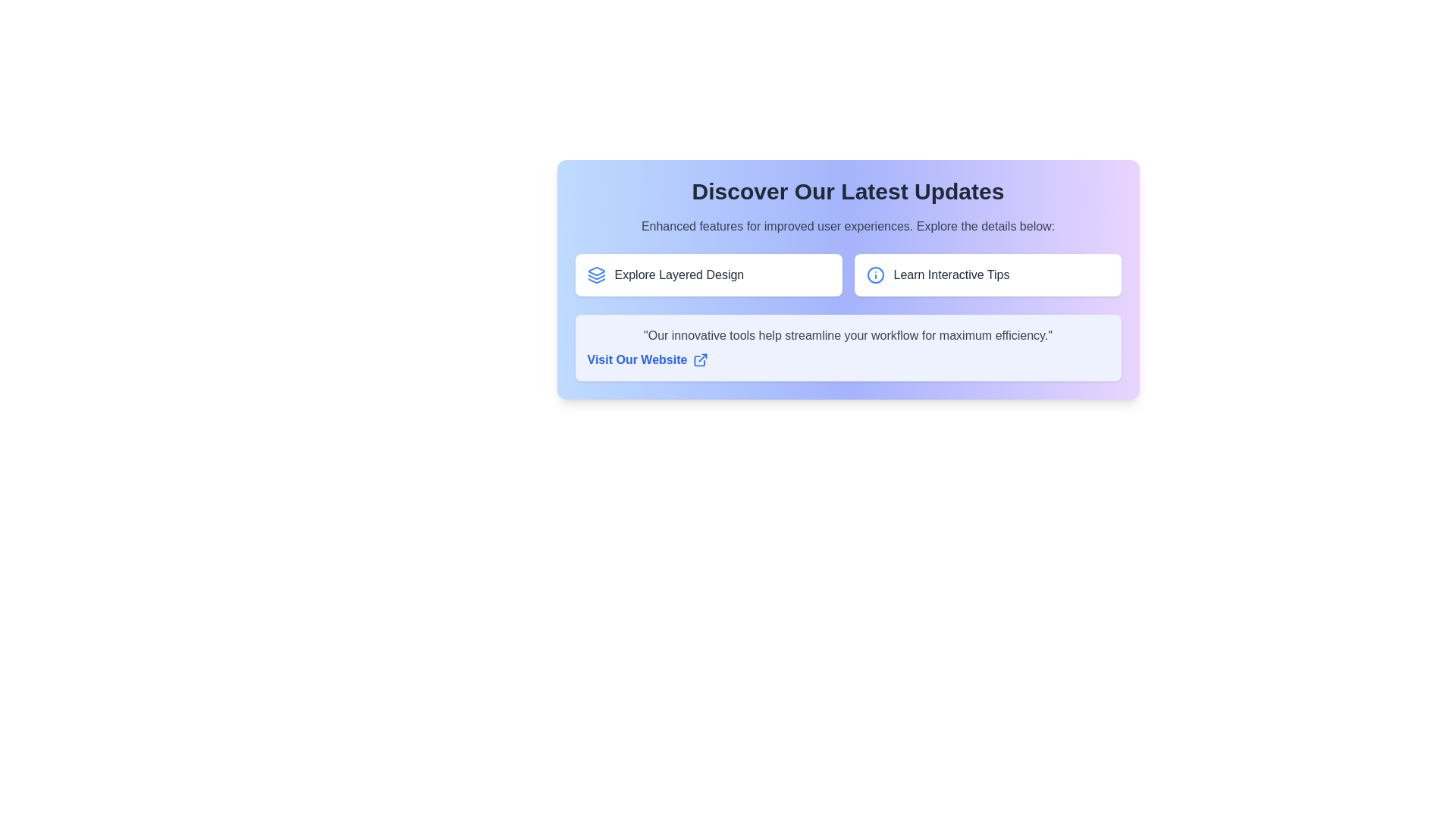 Image resolution: width=1456 pixels, height=819 pixels. I want to click on the 'Learn Interactive Tips' button, so click(987, 275).